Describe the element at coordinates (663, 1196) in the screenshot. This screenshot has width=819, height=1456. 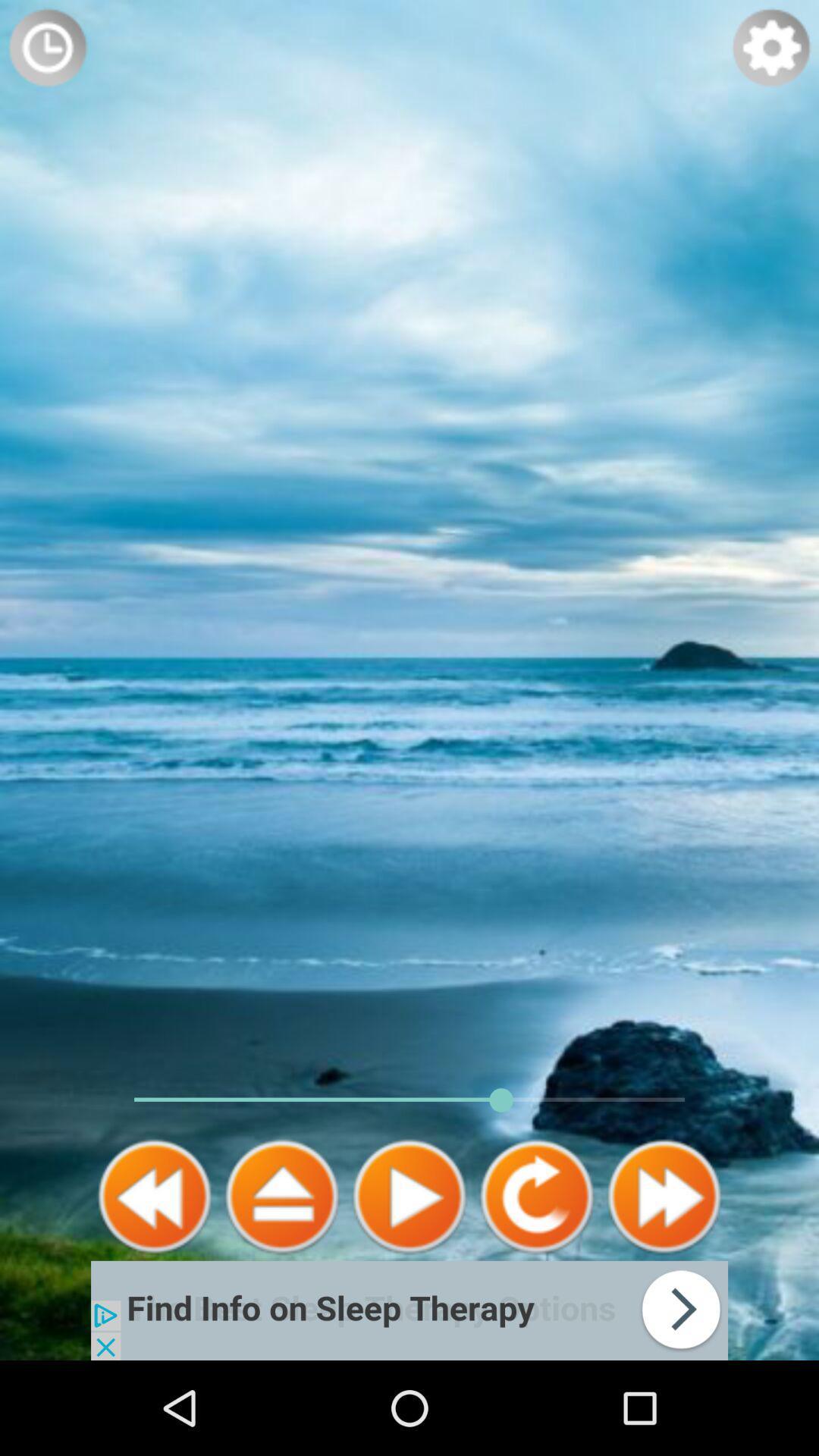
I see `fast forward` at that location.